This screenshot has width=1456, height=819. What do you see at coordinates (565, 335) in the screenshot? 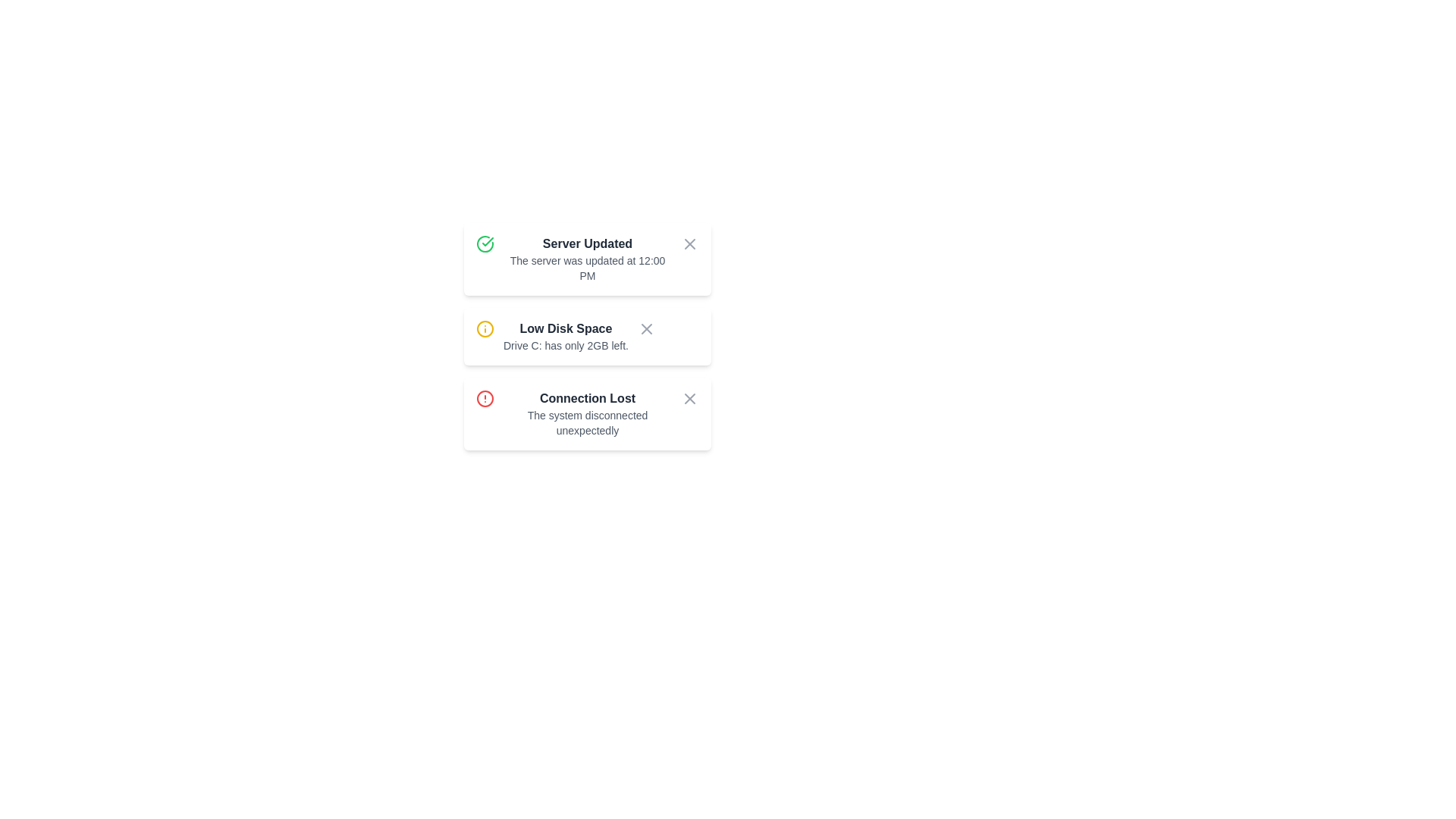
I see `notification text in the text area that informs about low disk space on the C drive, which is the second notification in a vertical stack of three notifications` at bounding box center [565, 335].